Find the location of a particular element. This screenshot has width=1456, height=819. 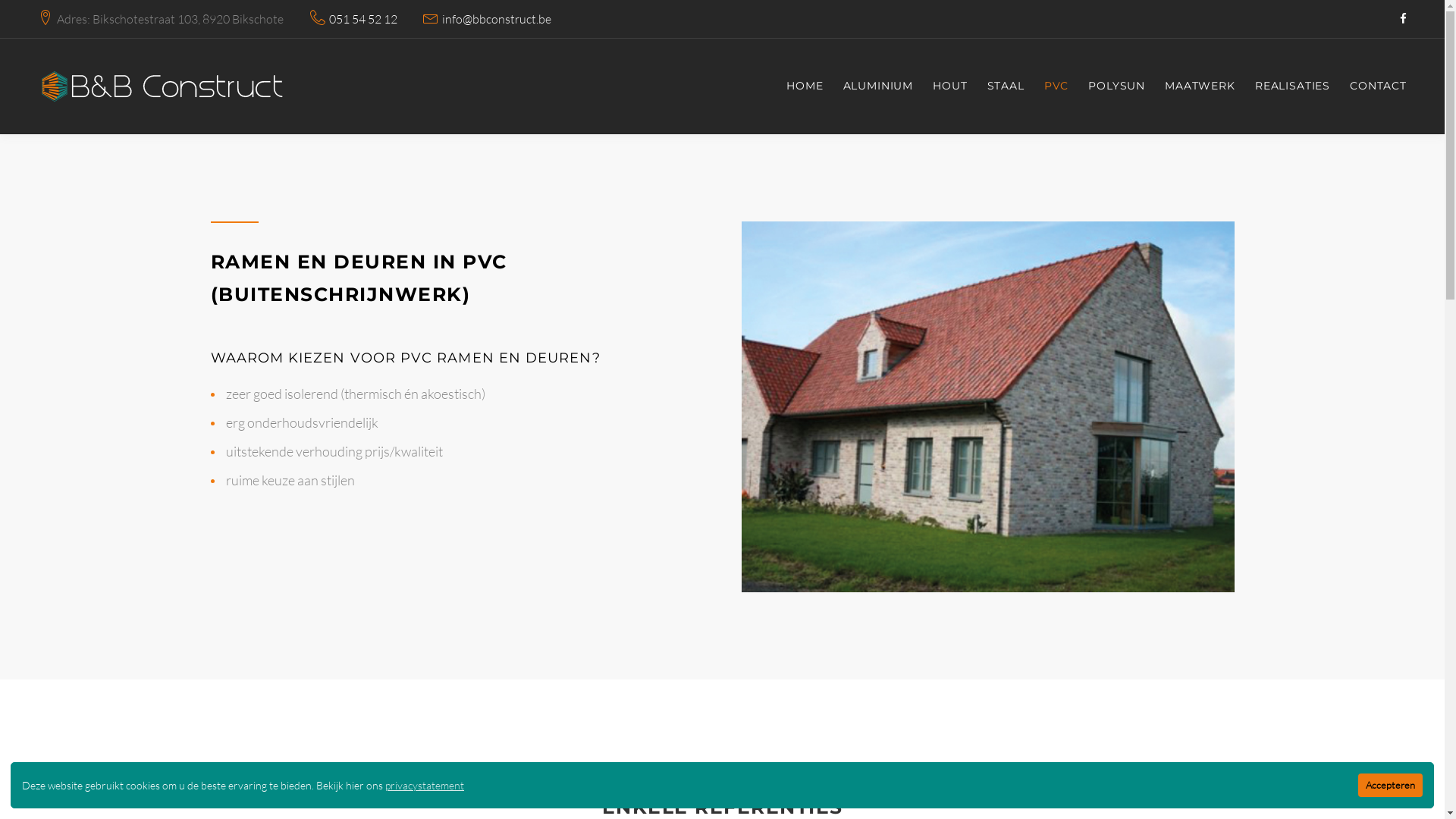

'info@bbconstruct.be' is located at coordinates (496, 19).